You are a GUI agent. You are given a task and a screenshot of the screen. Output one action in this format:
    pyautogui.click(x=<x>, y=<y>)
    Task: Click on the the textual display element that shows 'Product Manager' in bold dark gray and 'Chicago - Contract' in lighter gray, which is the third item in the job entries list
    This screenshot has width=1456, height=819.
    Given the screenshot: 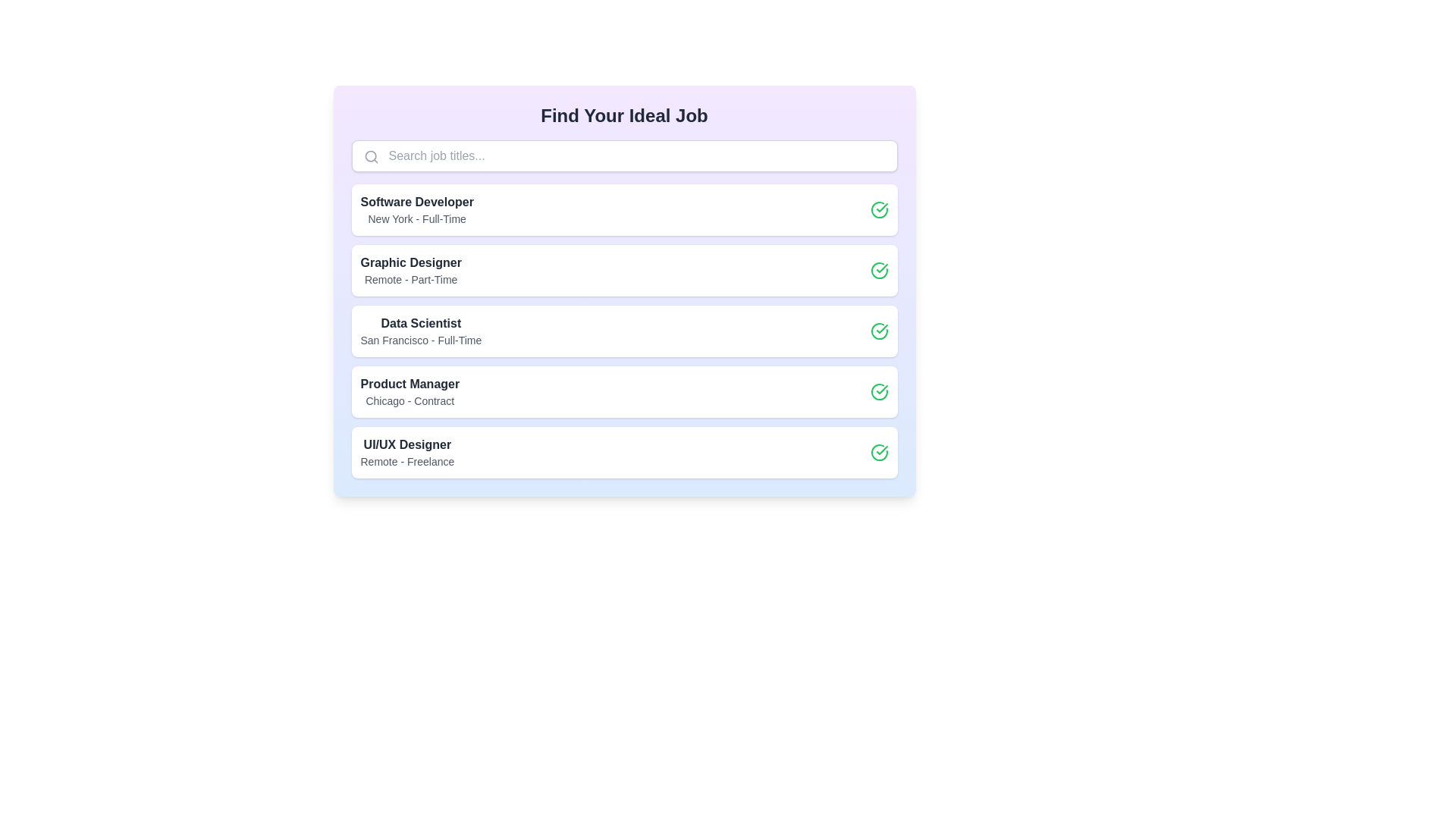 What is the action you would take?
    pyautogui.click(x=409, y=391)
    